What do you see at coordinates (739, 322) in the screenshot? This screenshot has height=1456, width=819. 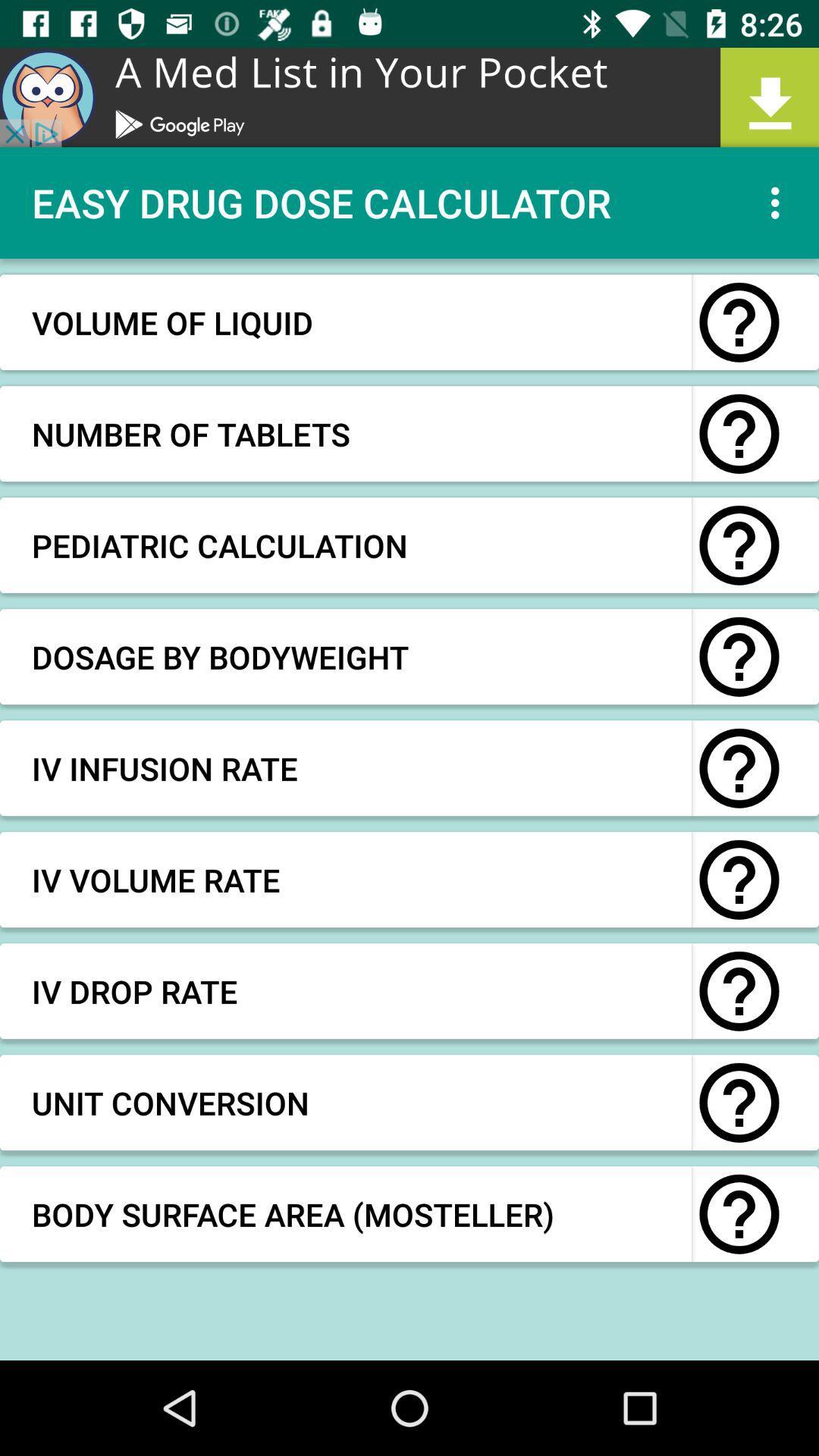 I see `more information` at bounding box center [739, 322].